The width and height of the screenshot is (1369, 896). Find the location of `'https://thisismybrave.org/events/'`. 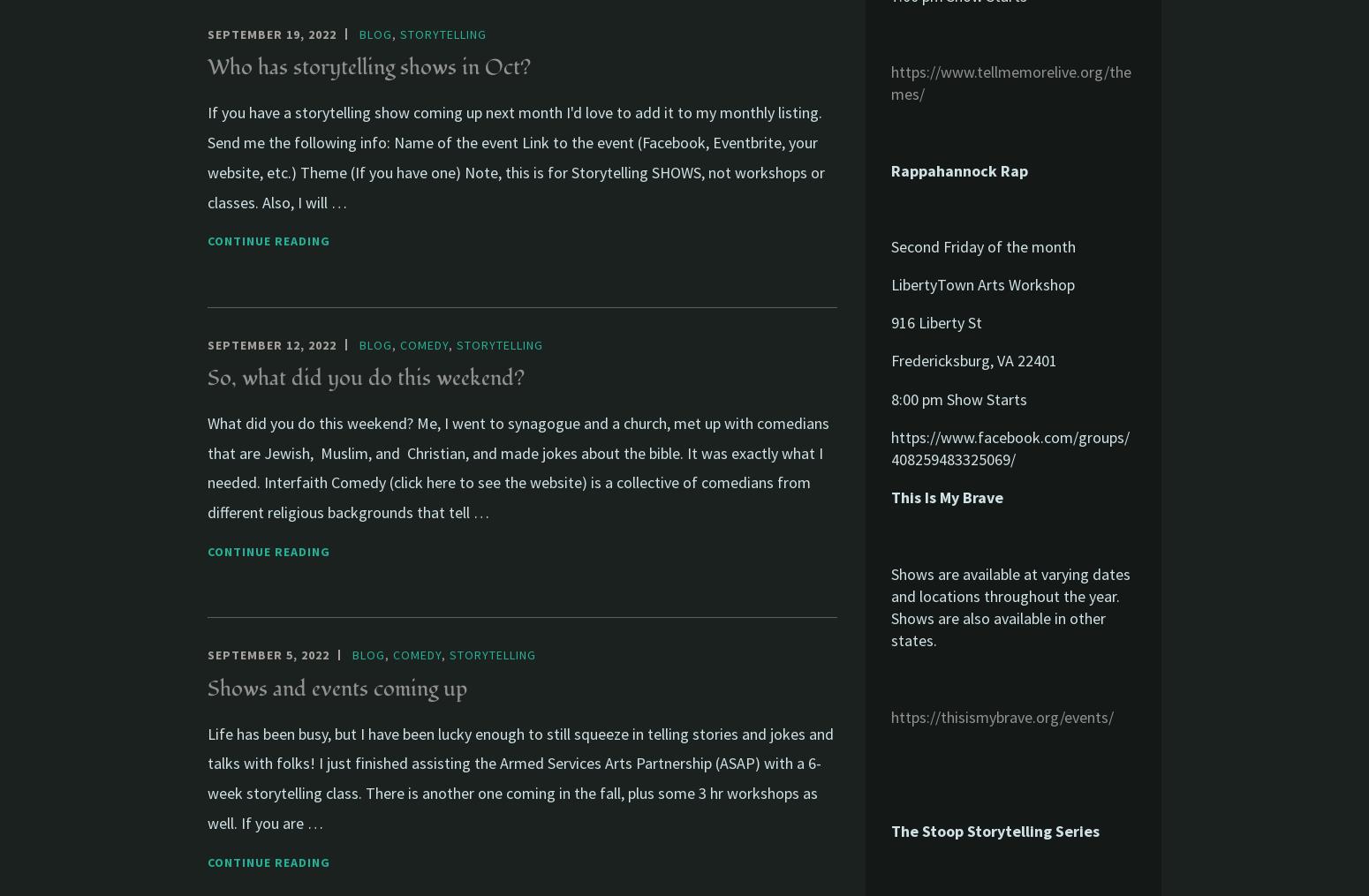

'https://thisismybrave.org/events/' is located at coordinates (1002, 716).